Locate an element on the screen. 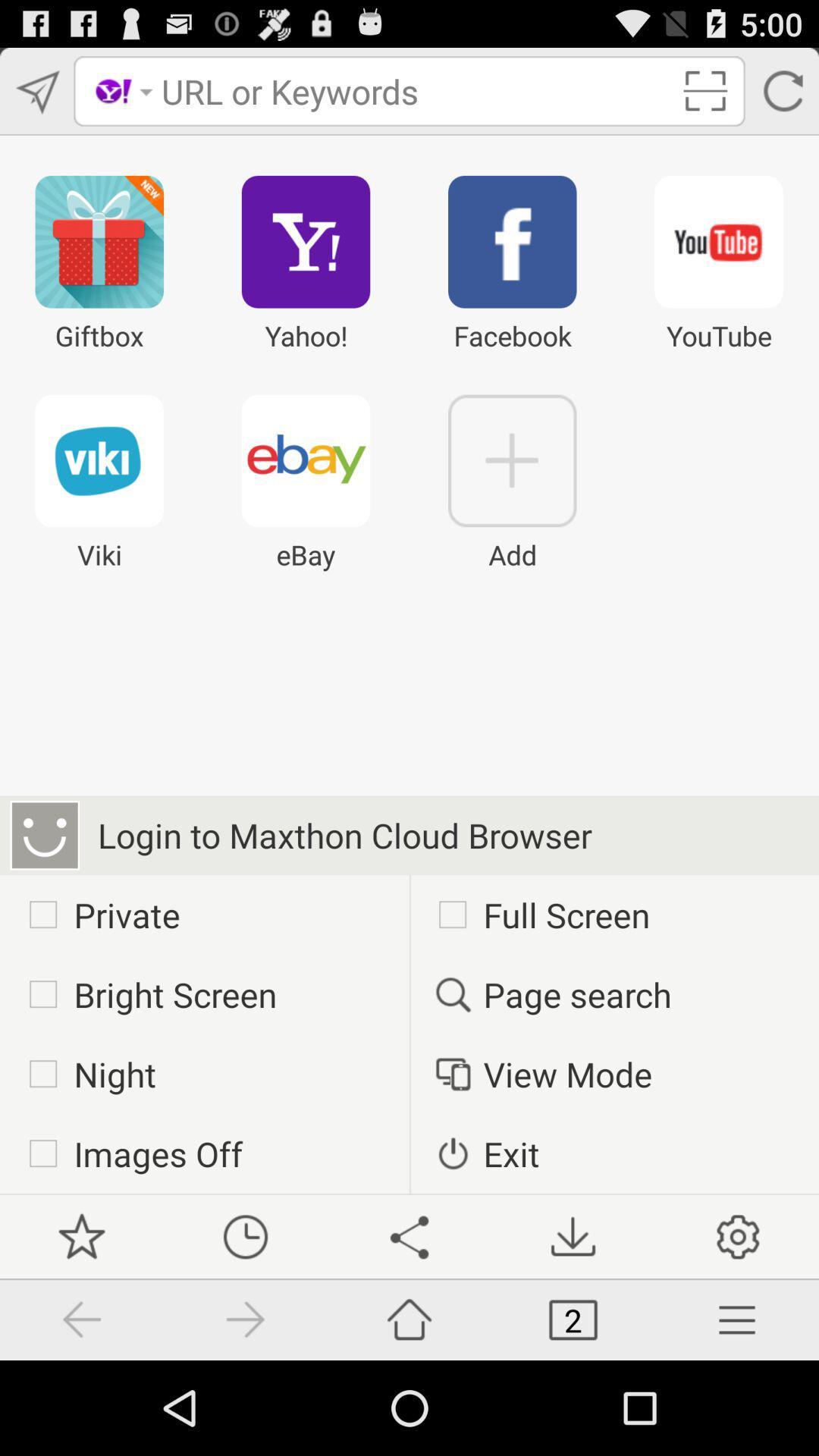 This screenshot has width=819, height=1456. the facebook icon is located at coordinates (512, 272).